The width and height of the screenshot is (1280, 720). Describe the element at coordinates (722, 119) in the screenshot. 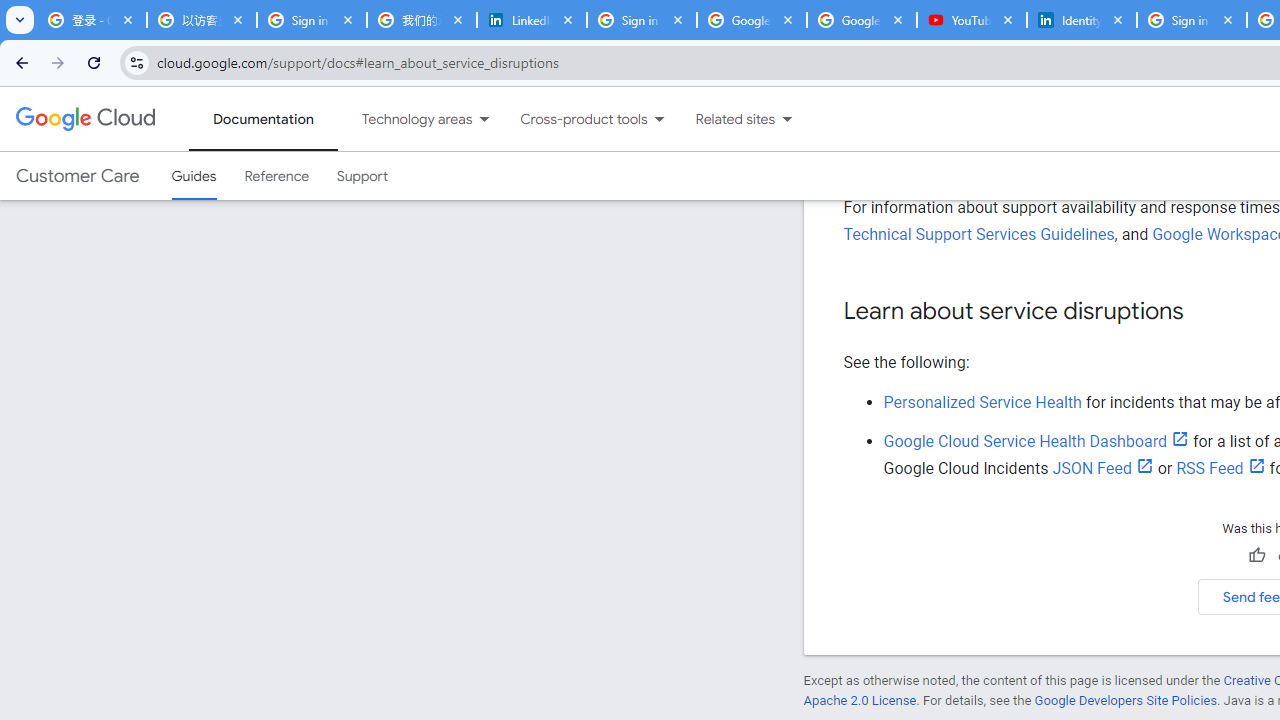

I see `'Related sites'` at that location.